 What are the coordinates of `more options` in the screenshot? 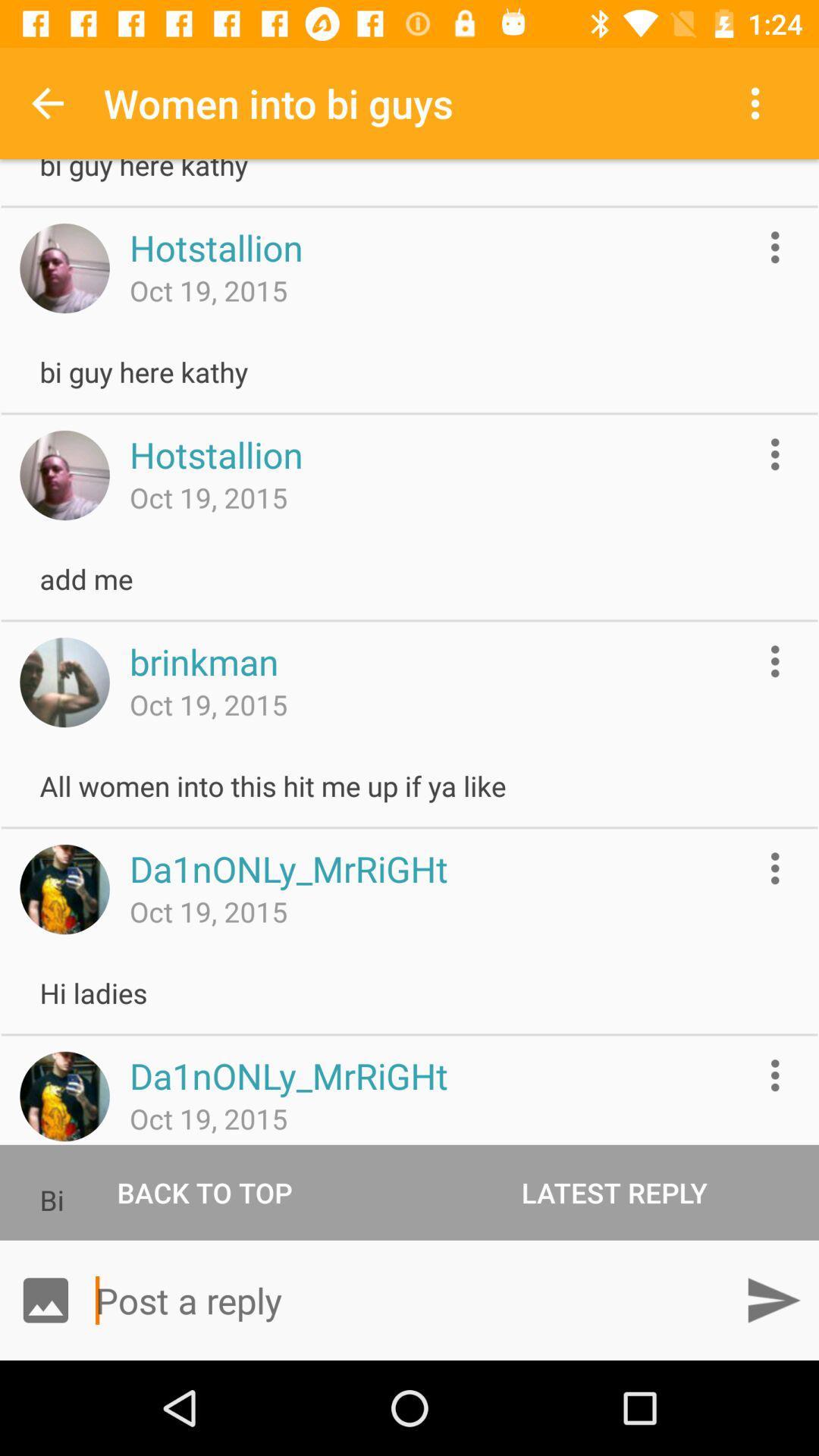 It's located at (775, 868).